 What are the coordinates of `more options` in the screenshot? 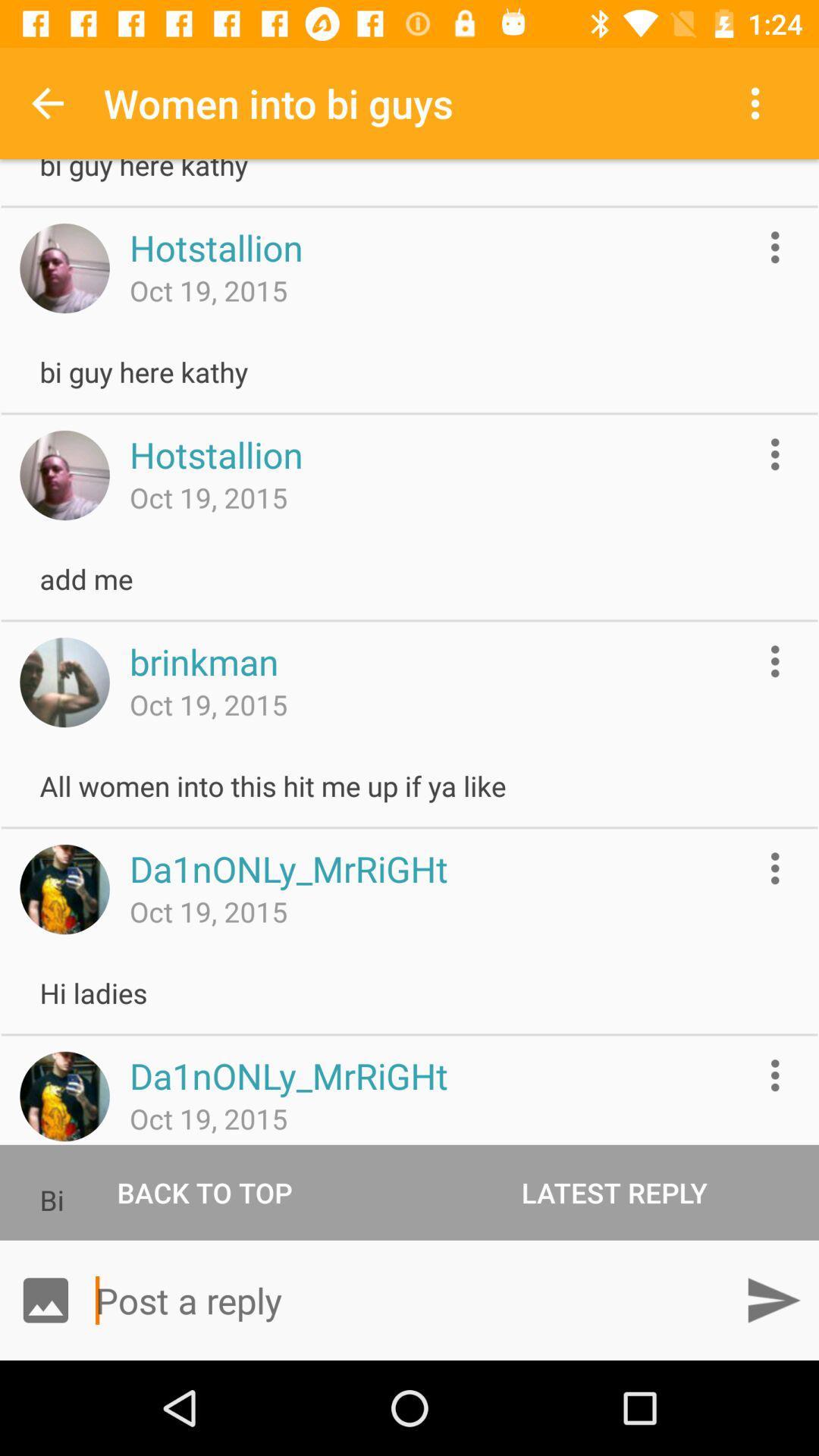 It's located at (775, 868).